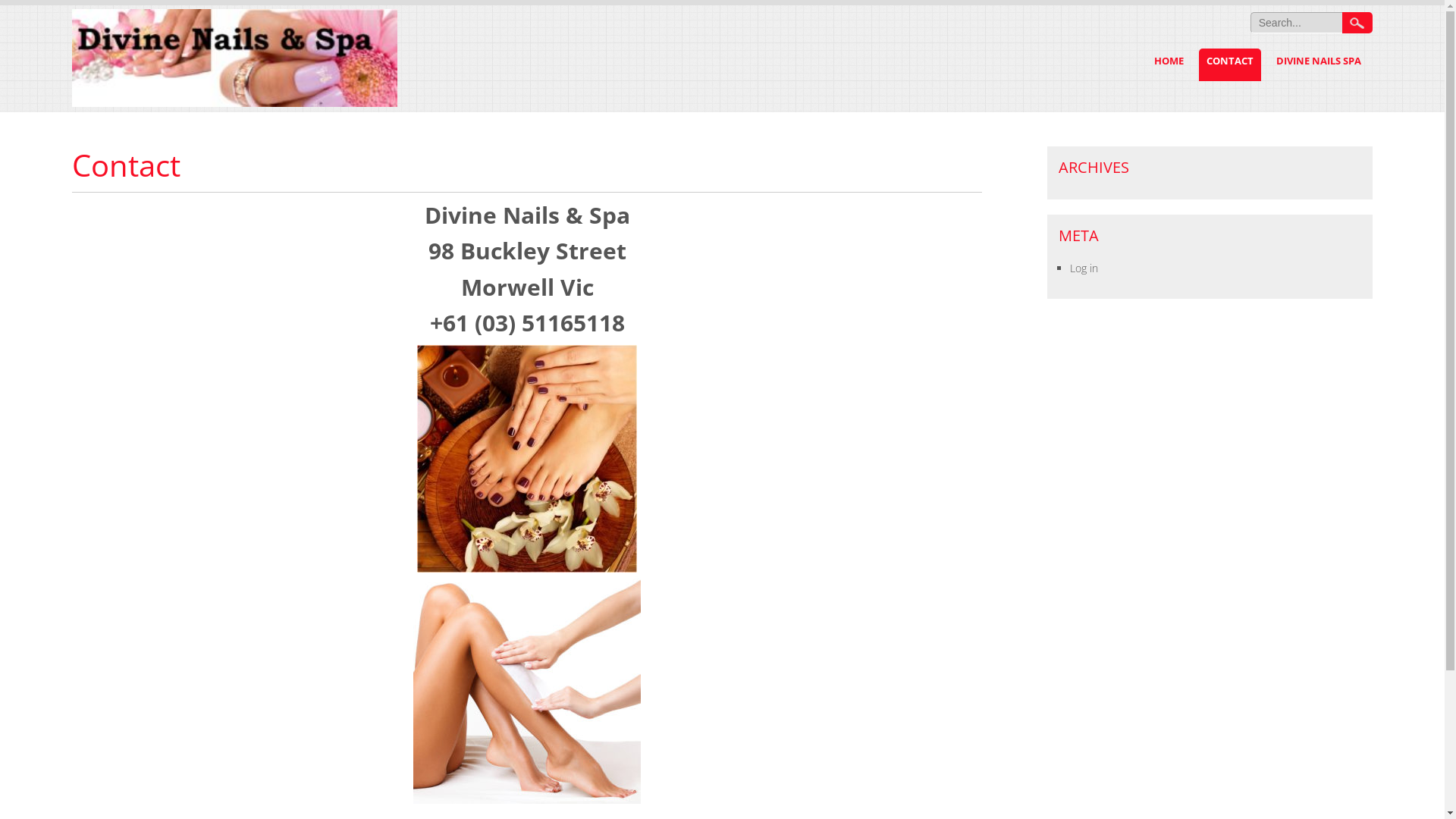 The width and height of the screenshot is (1456, 819). What do you see at coordinates (1357, 23) in the screenshot?
I see `'Search'` at bounding box center [1357, 23].